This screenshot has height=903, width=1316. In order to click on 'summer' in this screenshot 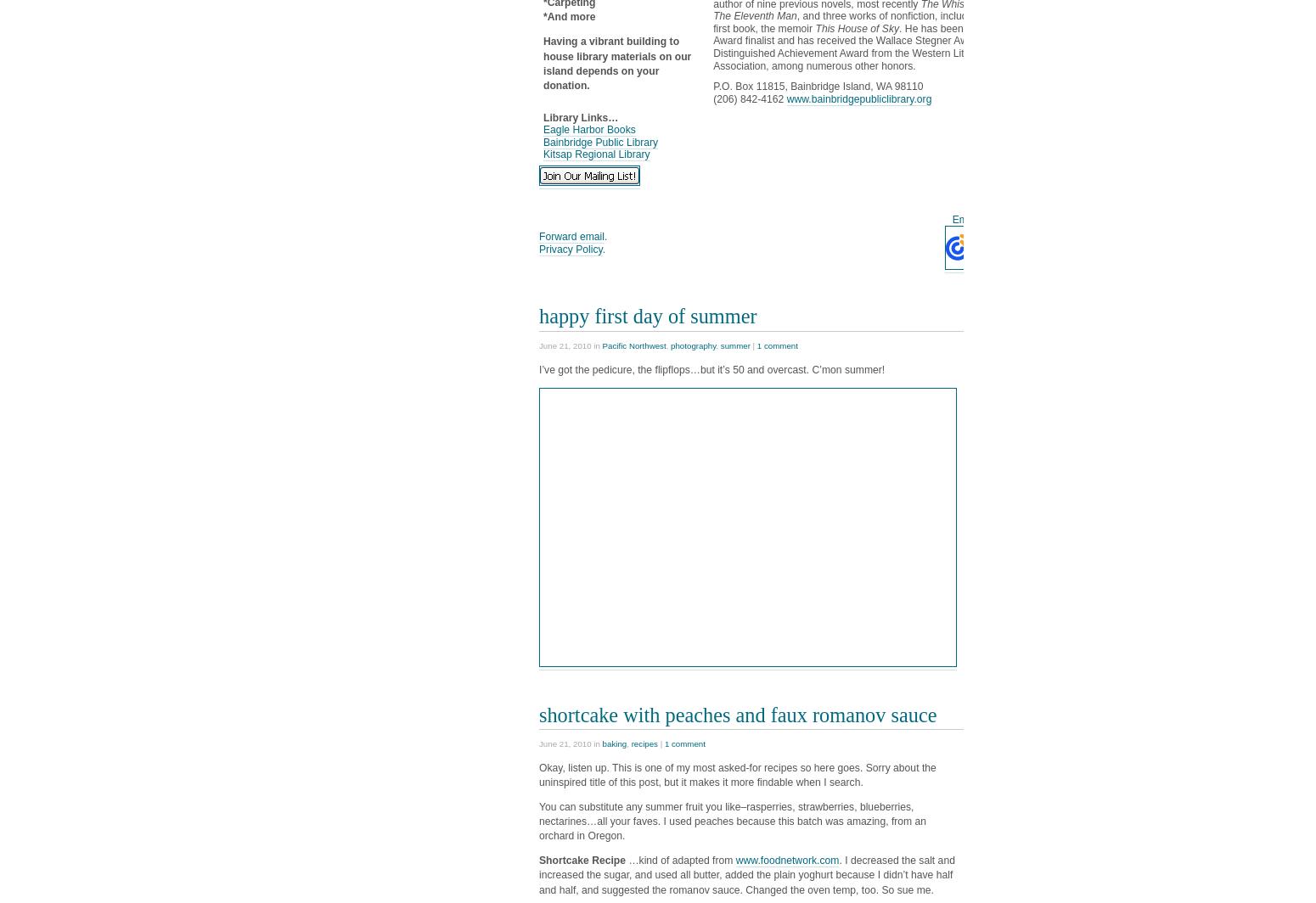, I will do `click(719, 345)`.